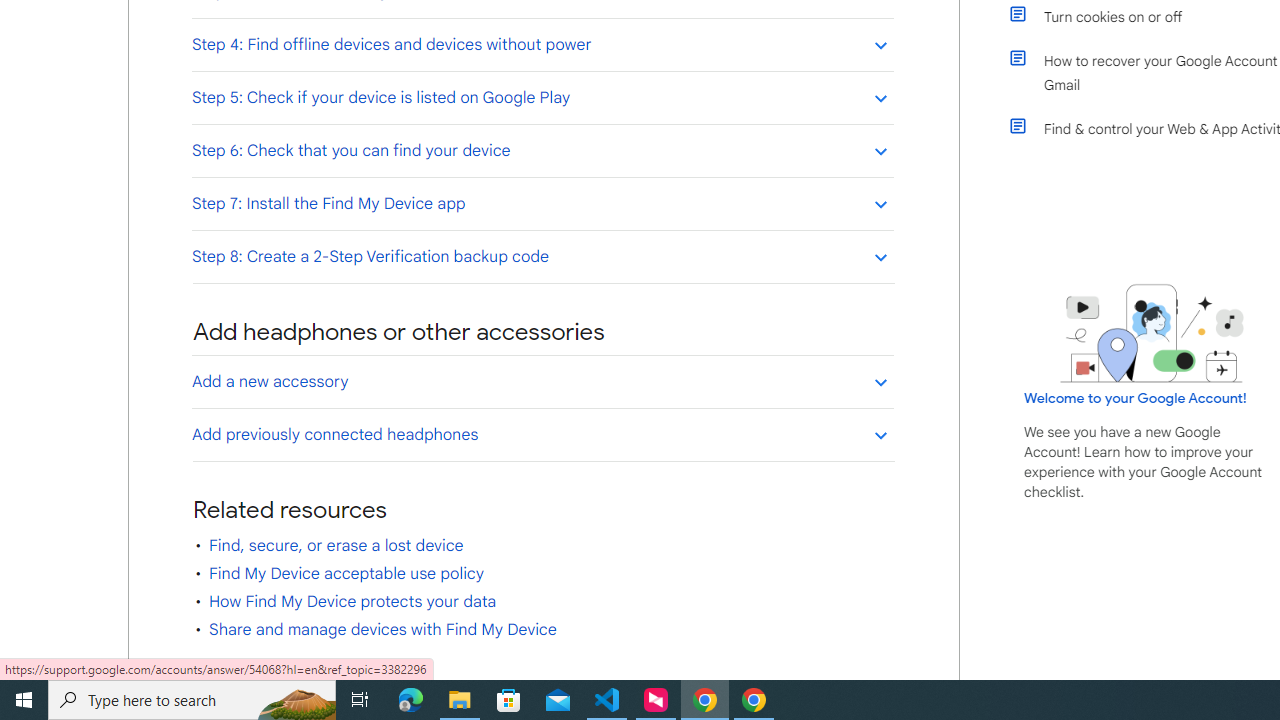  I want to click on 'Add a new accessory', so click(542, 381).